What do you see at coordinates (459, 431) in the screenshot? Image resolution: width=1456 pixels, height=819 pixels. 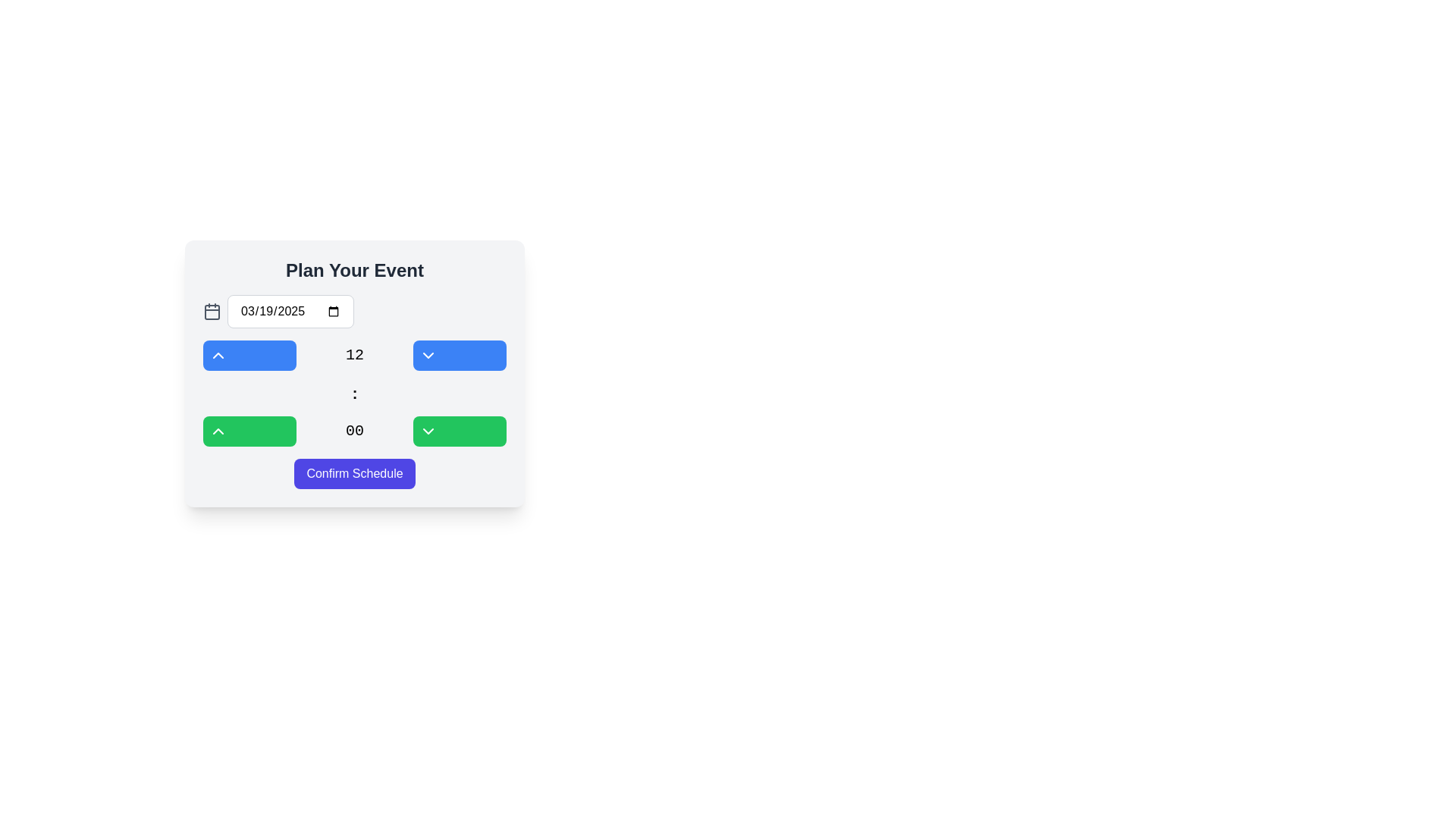 I see `the green rectangular button with rounded corners that features a white downward-pointing chevron, located in the bottom-right section of the time selection interface, to observe any design effects` at bounding box center [459, 431].